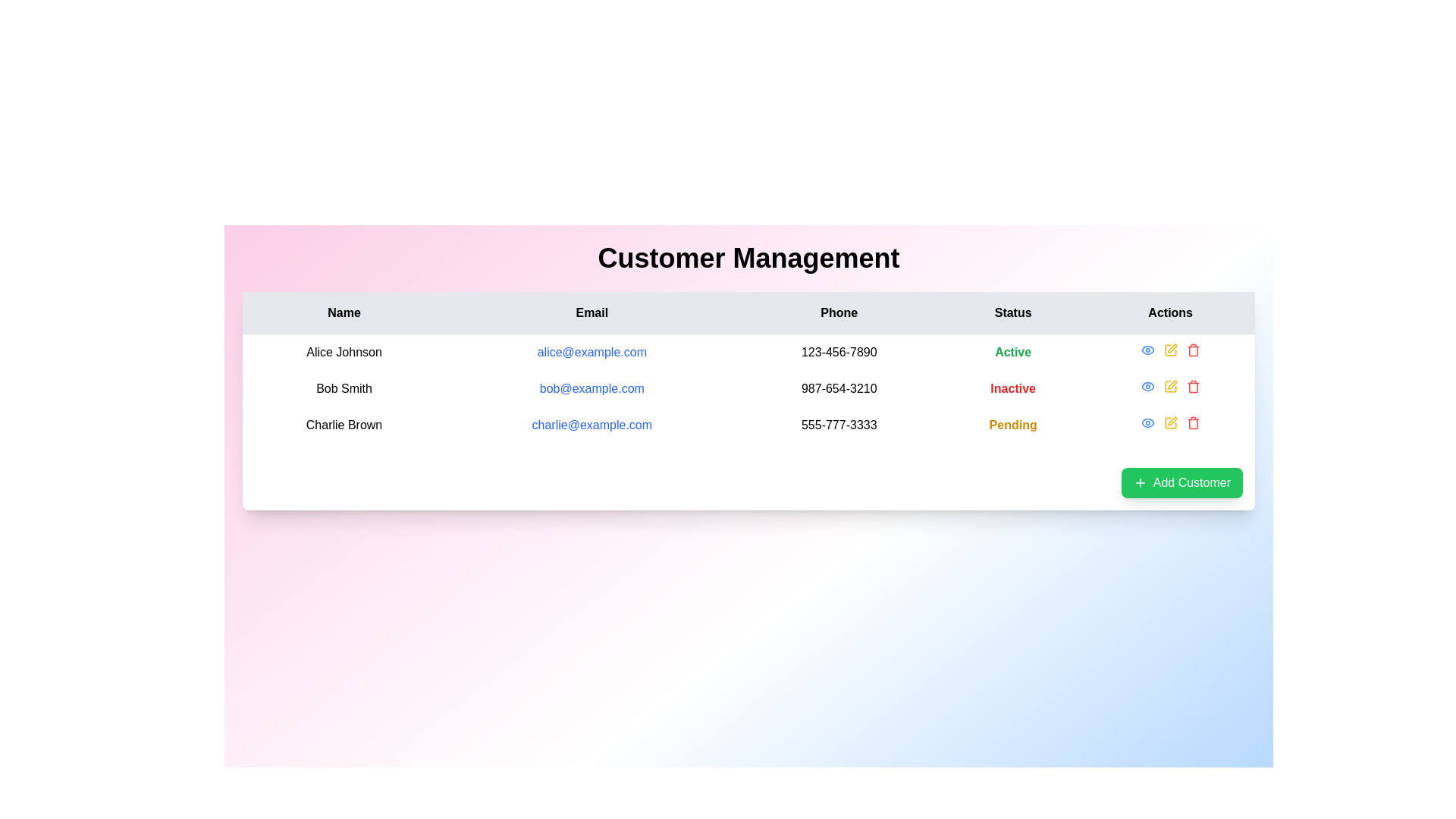 This screenshot has height=819, width=1456. I want to click on the Text element displaying the user's contact phone number, located in the third cell of the first row, adjacent to the email address 'alice@example.com' and the status 'Active', so click(838, 353).